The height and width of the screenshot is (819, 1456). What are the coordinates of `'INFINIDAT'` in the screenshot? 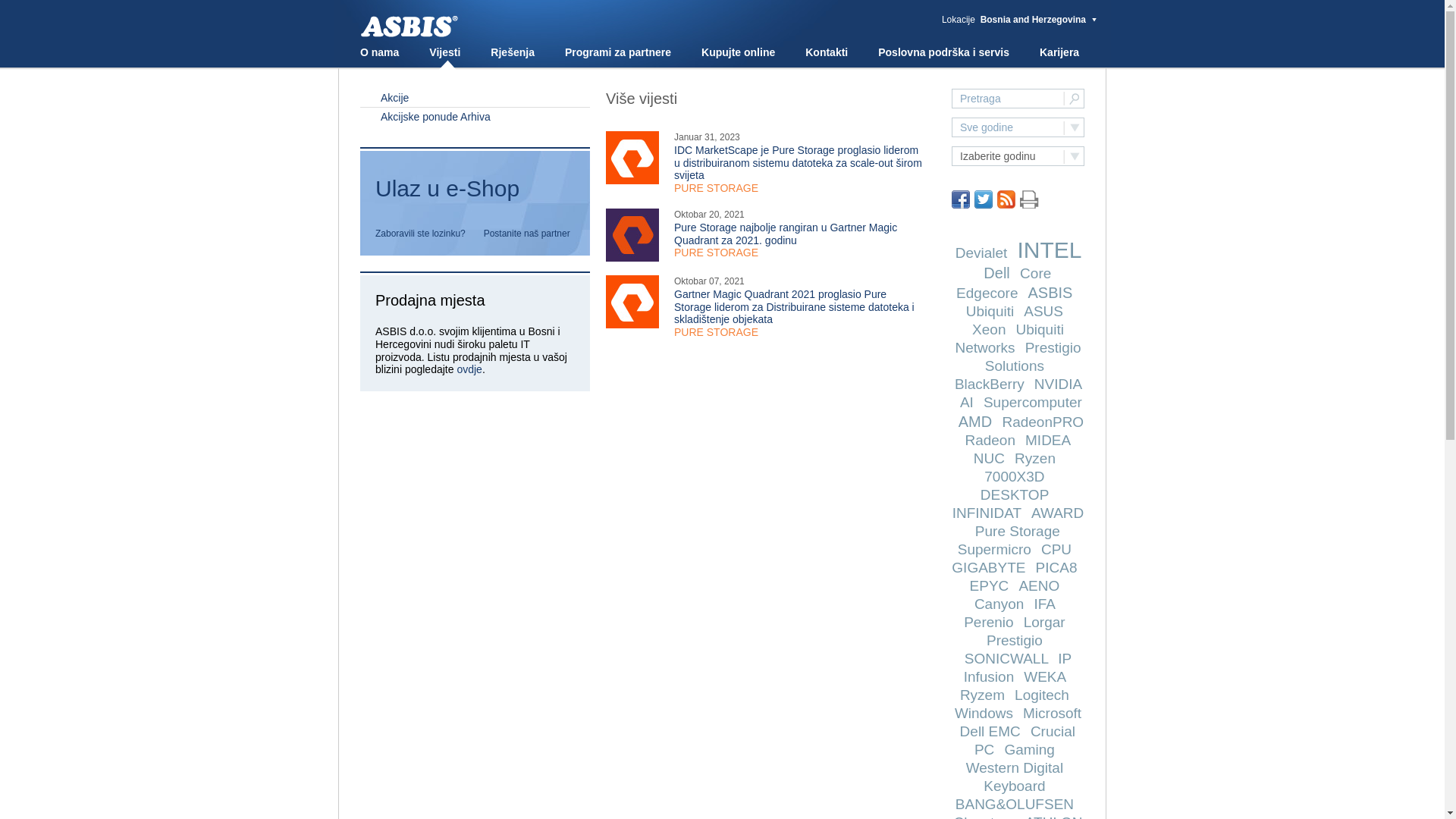 It's located at (987, 512).